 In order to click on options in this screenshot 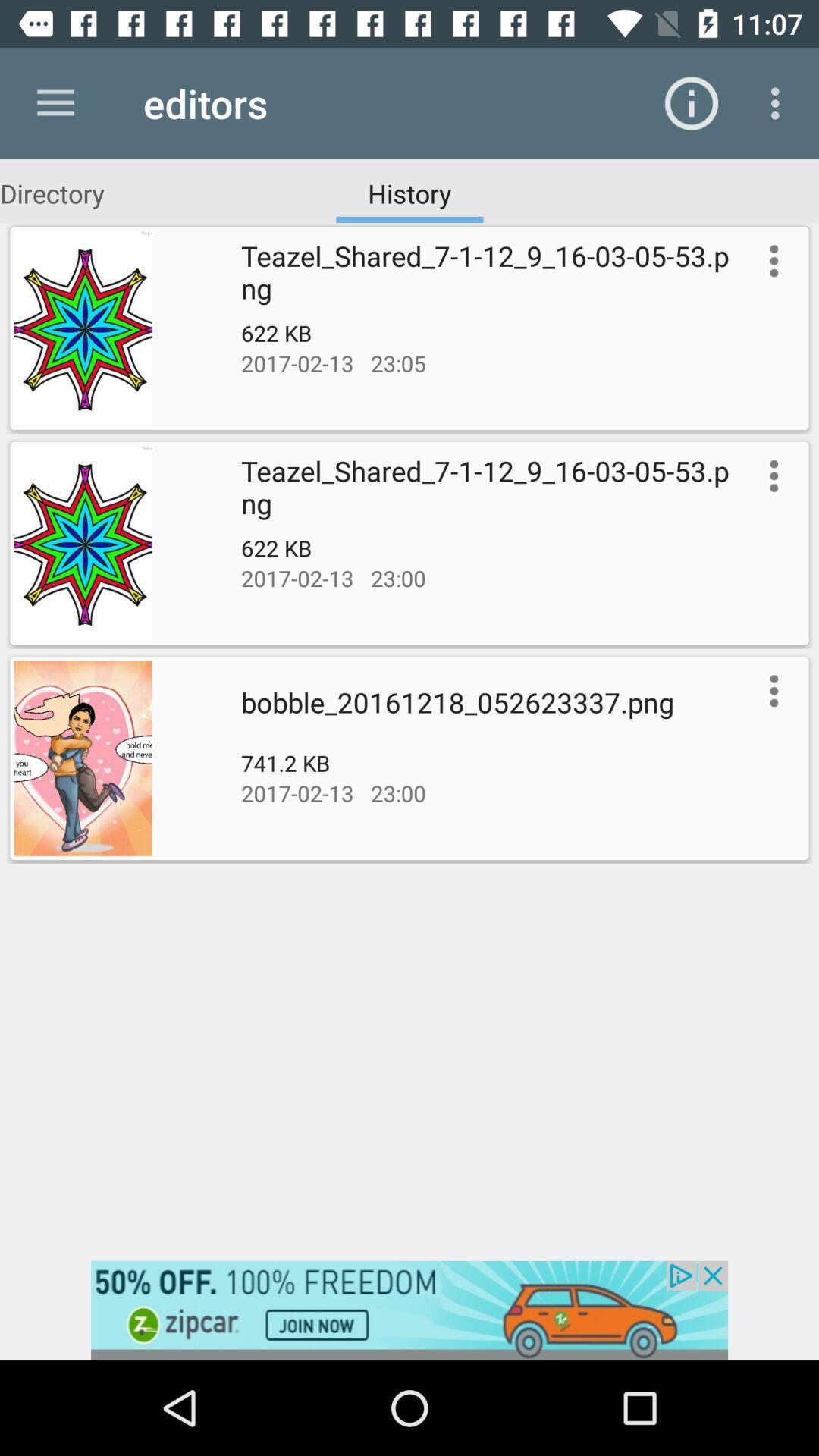, I will do `click(770, 690)`.